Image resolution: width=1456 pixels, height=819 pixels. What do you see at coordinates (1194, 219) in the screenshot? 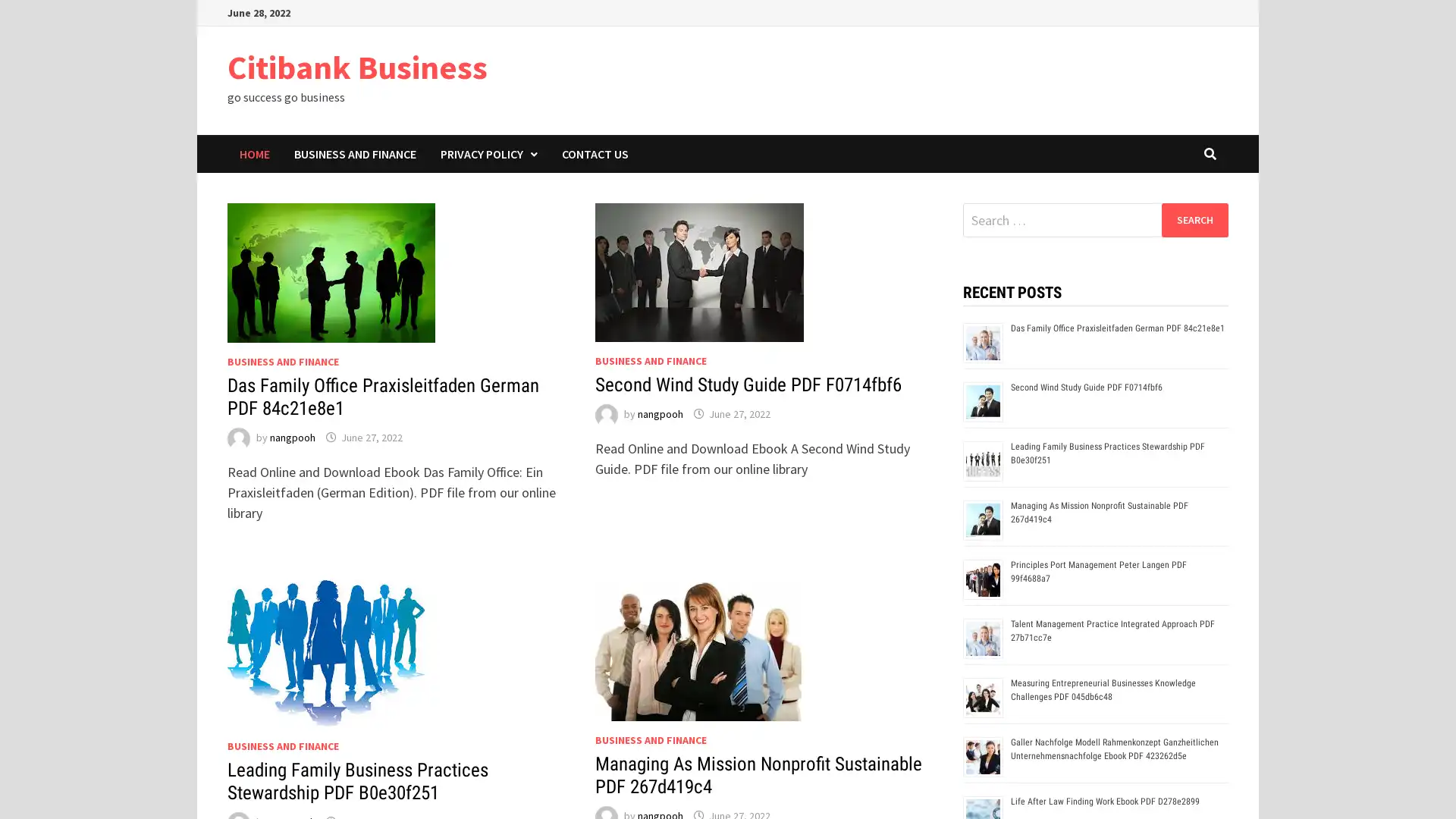
I see `Search` at bounding box center [1194, 219].